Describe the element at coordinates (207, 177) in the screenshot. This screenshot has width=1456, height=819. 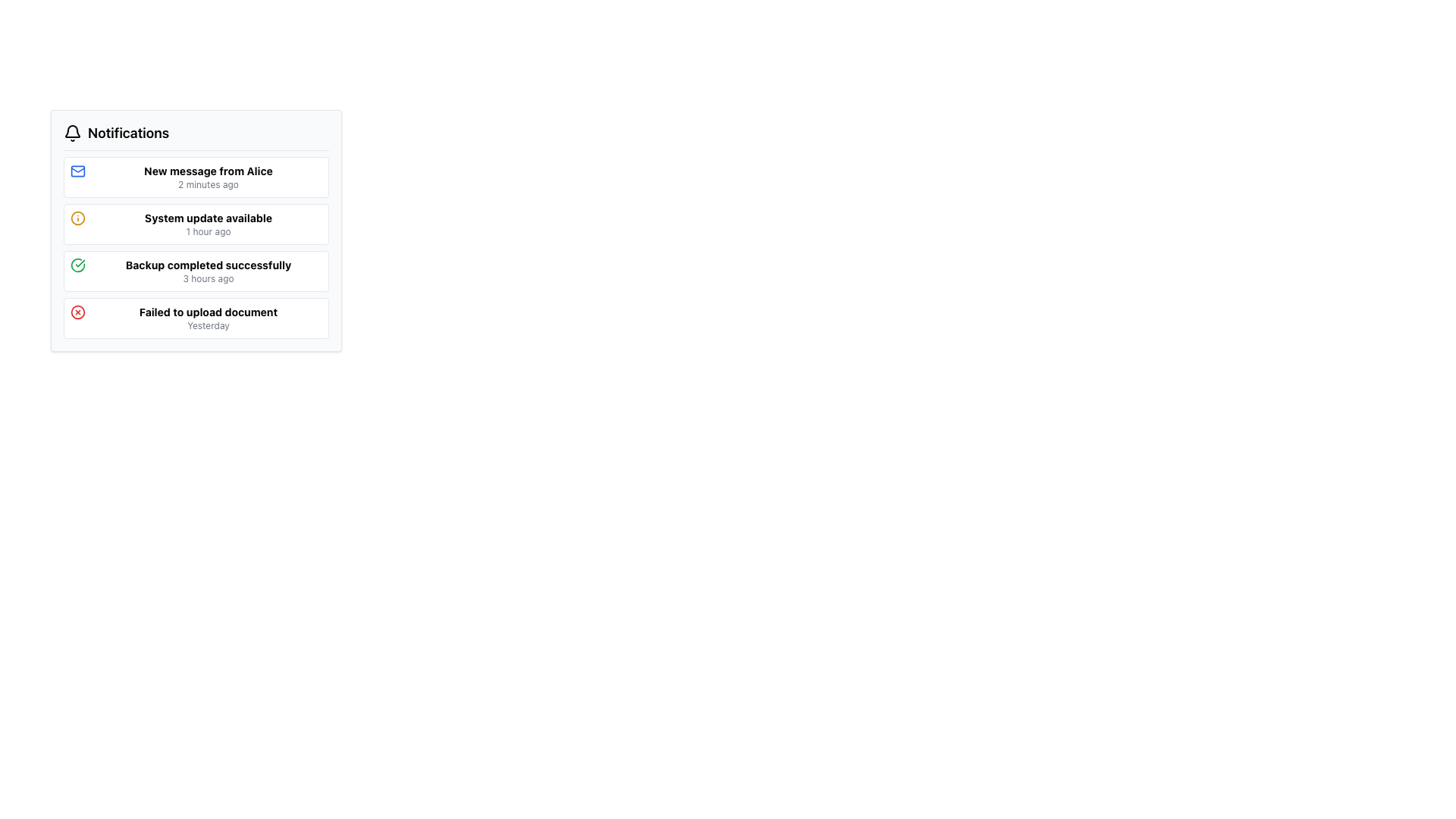
I see `the Notification item displaying 'New message from Alice' located at the top of the notification panel, which features an envelope icon to its left` at that location.